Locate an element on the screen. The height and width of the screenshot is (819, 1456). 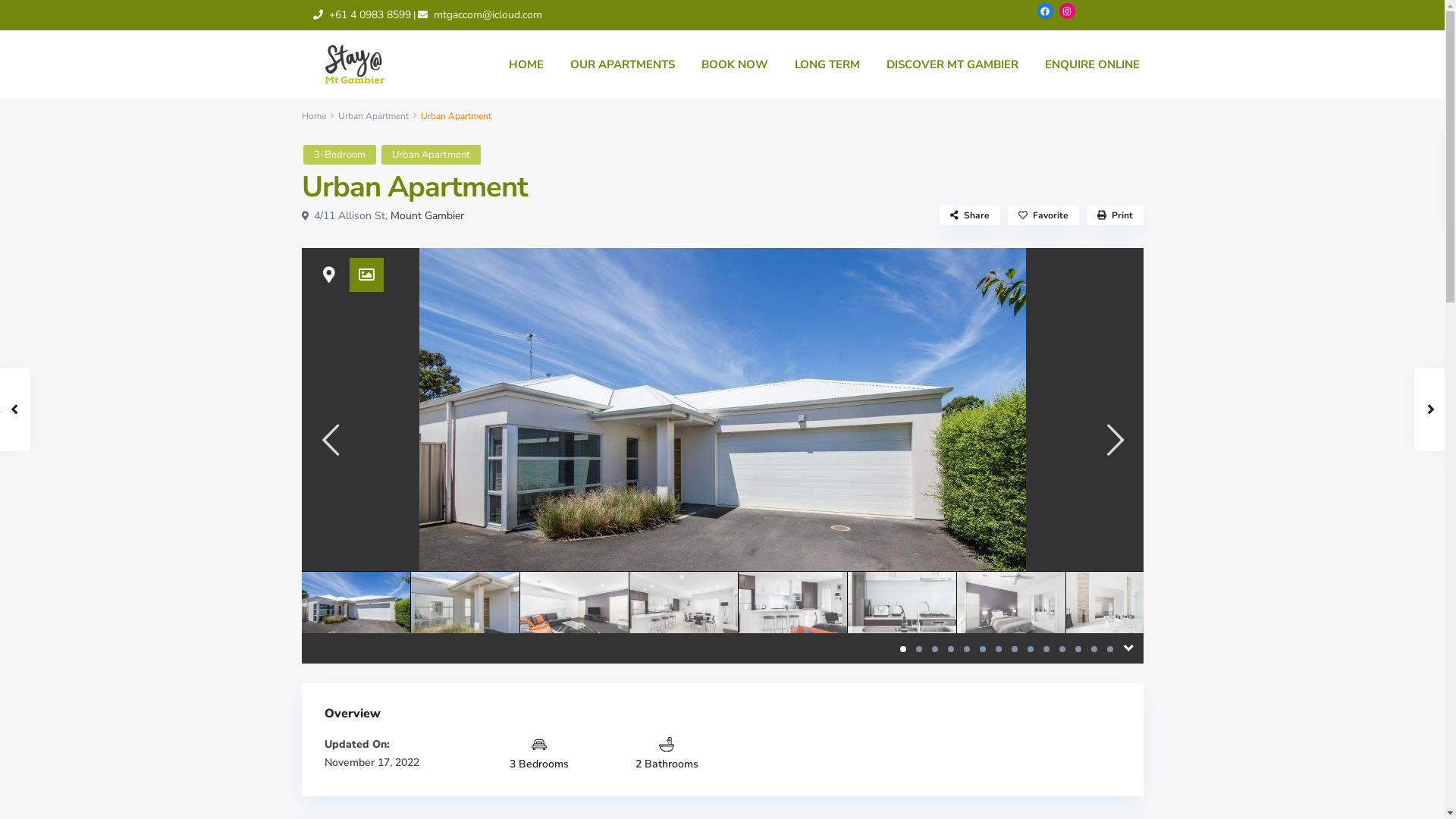
'OUR APARTMENTS' is located at coordinates (622, 63).